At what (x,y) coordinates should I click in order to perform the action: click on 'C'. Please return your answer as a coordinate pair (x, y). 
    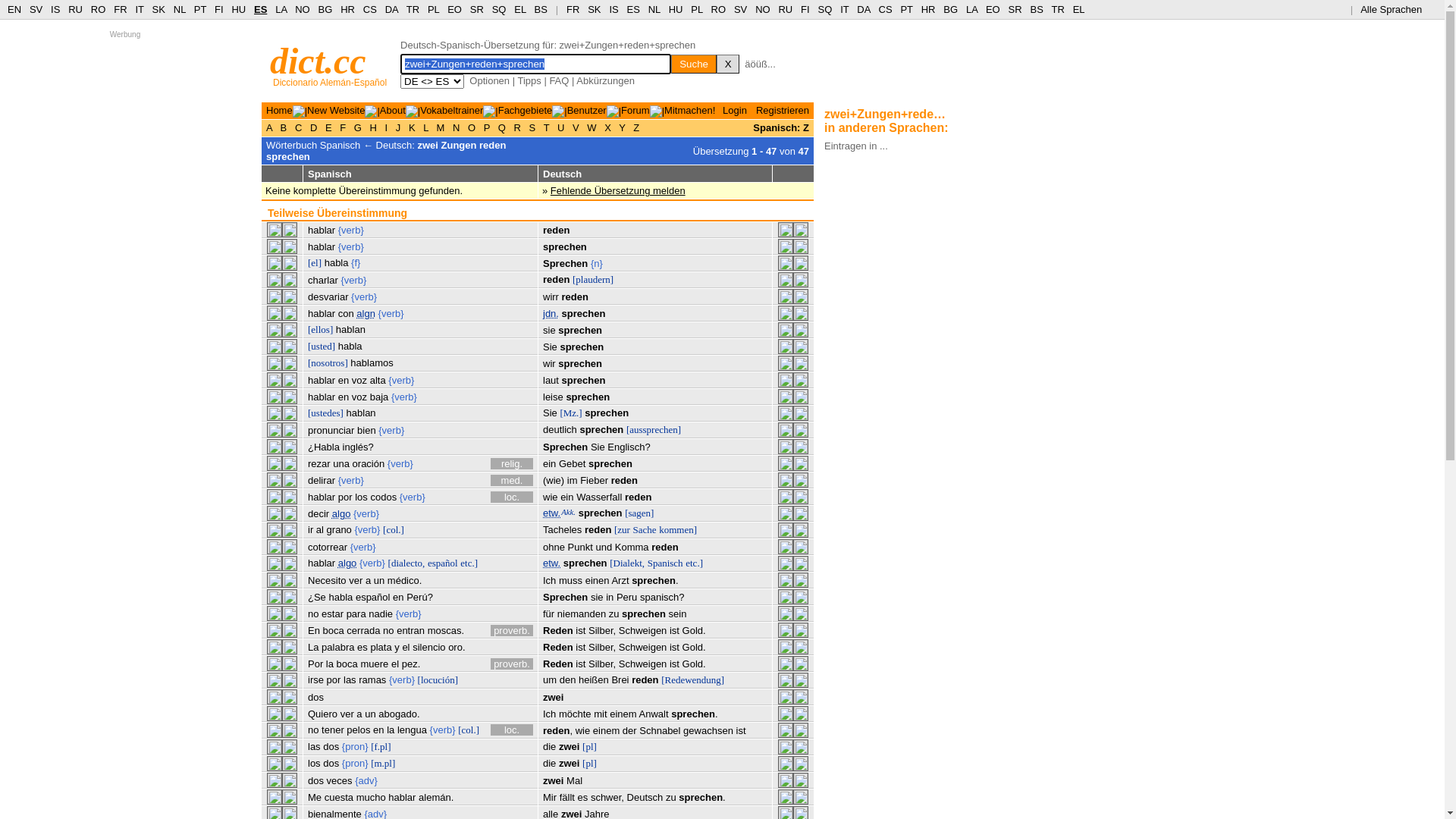
    Looking at the image, I should click on (291, 127).